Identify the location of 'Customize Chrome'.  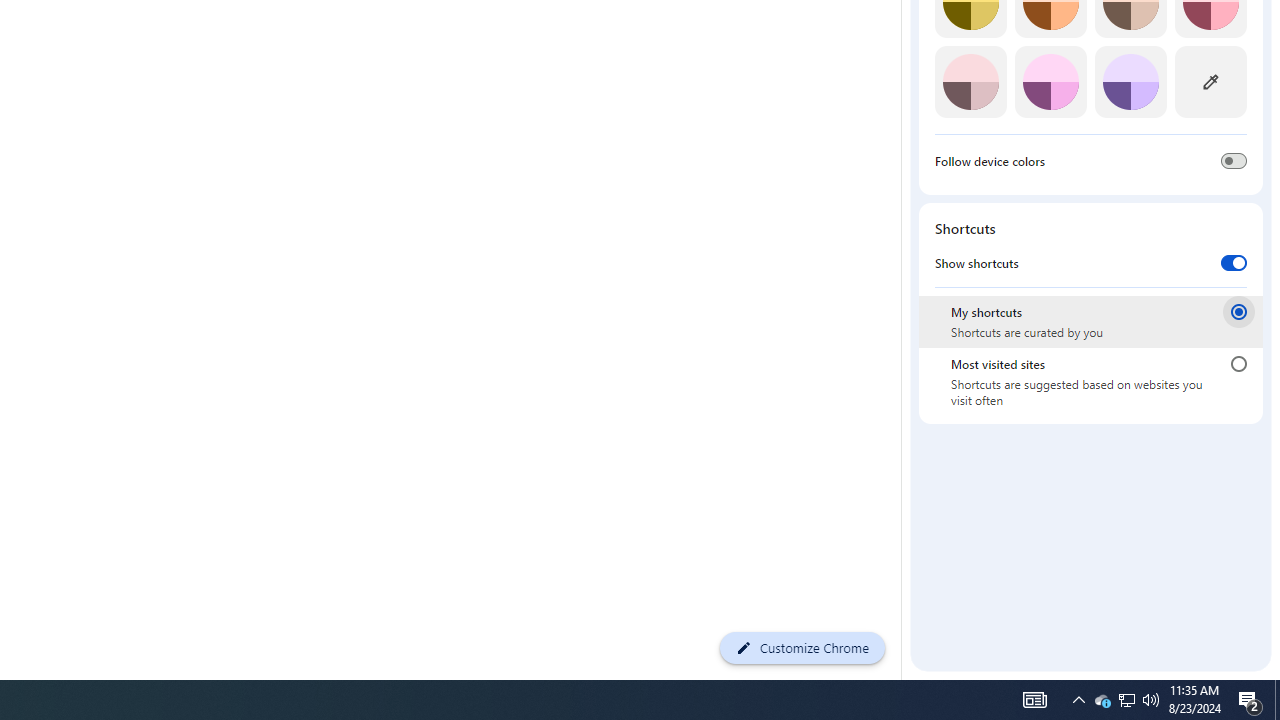
(801, 648).